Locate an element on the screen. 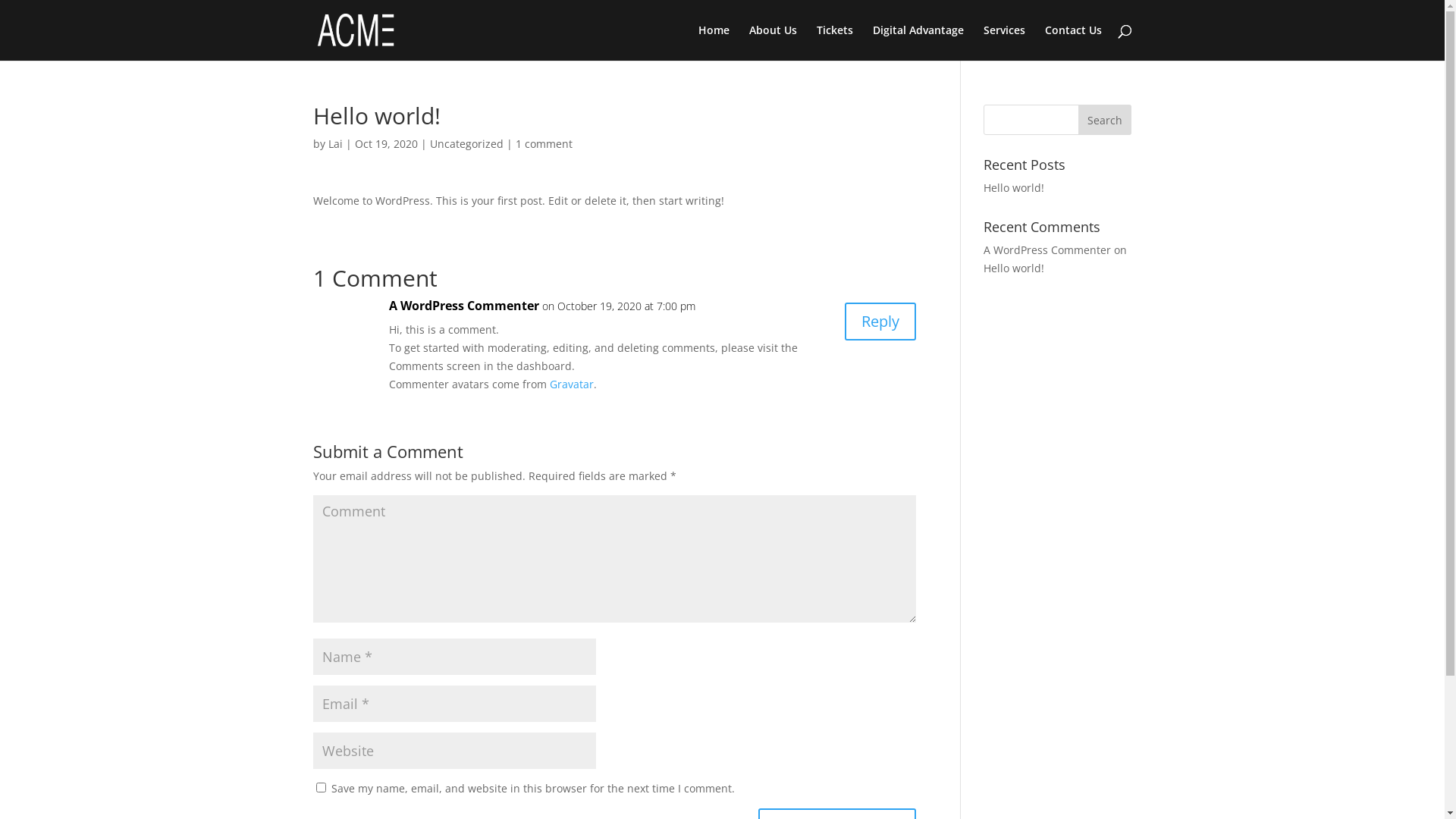 The width and height of the screenshot is (1456, 819). '1 comment' is located at coordinates (544, 143).